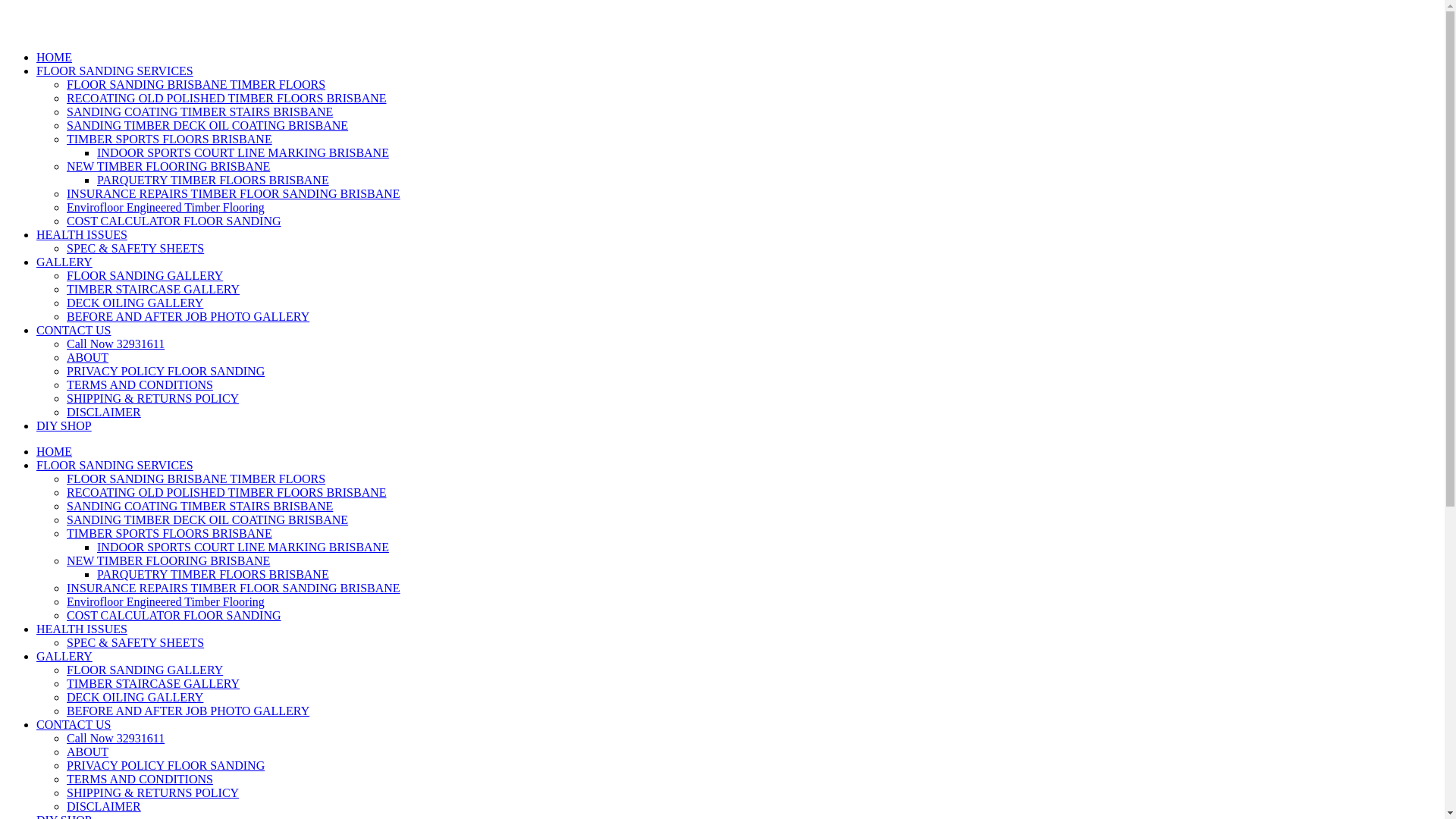 This screenshot has width=1456, height=819. I want to click on 'HEALTH ISSUES', so click(80, 234).